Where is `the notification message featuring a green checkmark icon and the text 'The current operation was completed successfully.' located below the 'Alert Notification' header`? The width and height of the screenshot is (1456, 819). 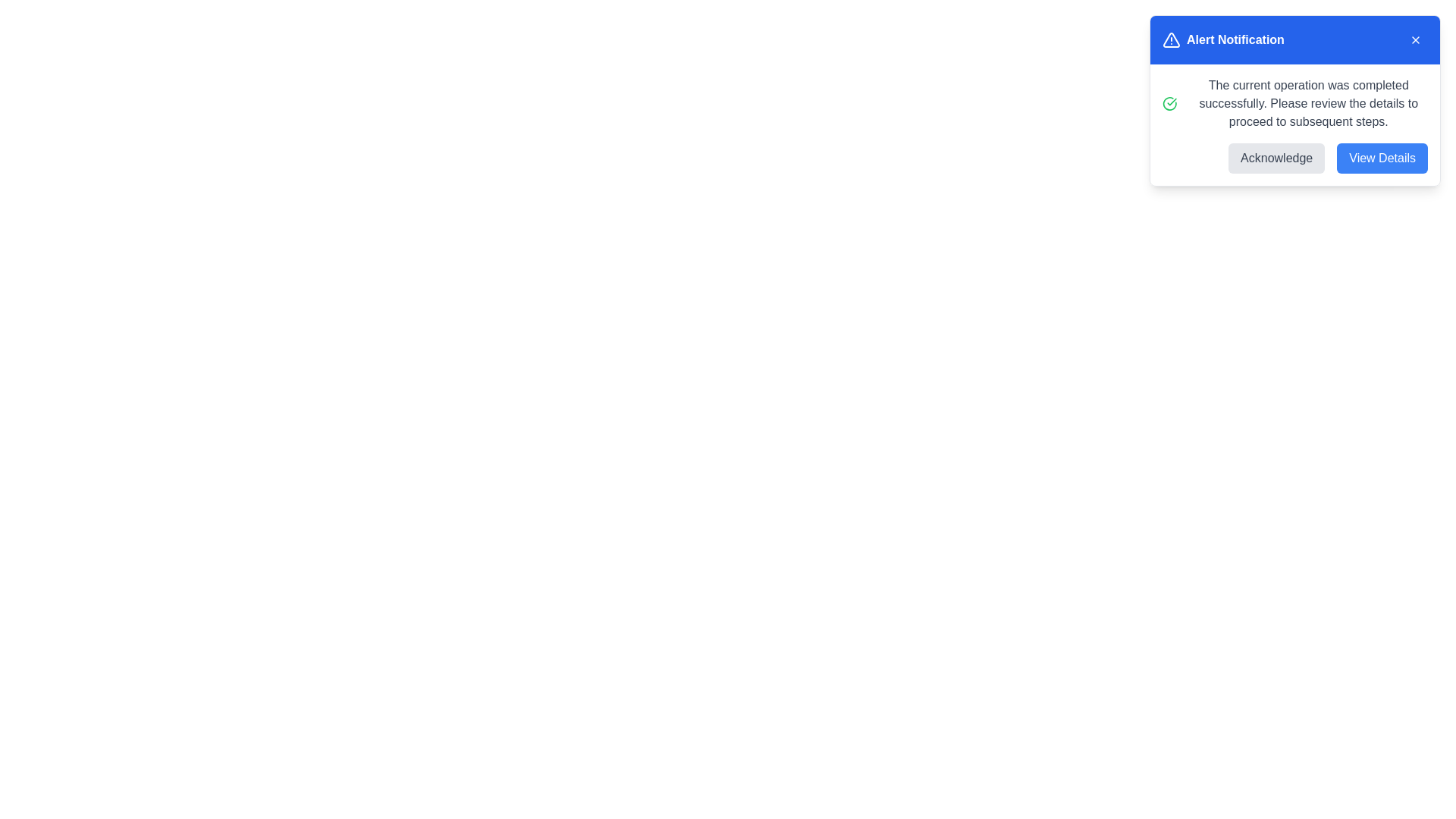 the notification message featuring a green checkmark icon and the text 'The current operation was completed successfully.' located below the 'Alert Notification' header is located at coordinates (1294, 103).